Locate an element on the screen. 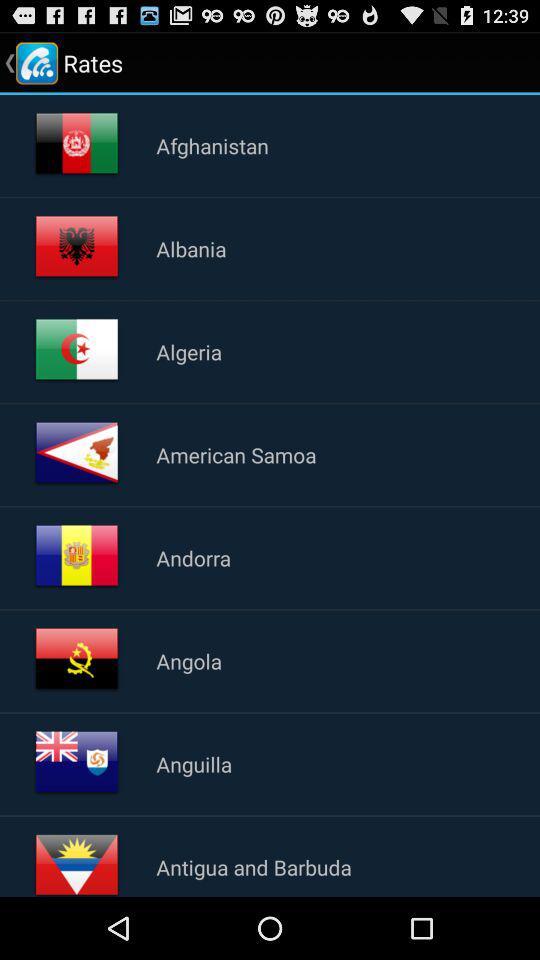 This screenshot has height=960, width=540. the item below algeria icon is located at coordinates (235, 454).